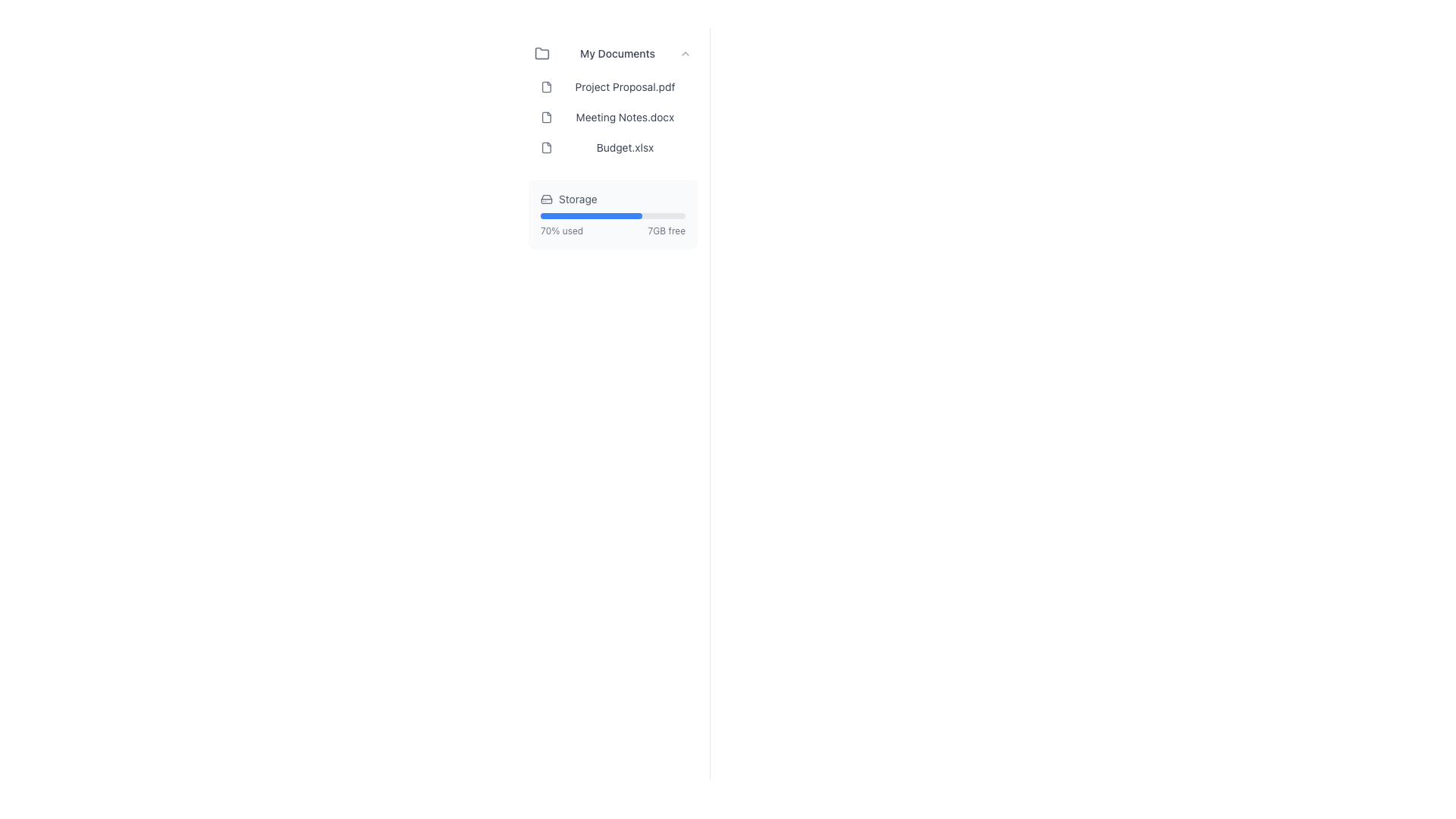  Describe the element at coordinates (617, 52) in the screenshot. I see `the 'My Documents' text label located at the top of the document list in the sidebar` at that location.